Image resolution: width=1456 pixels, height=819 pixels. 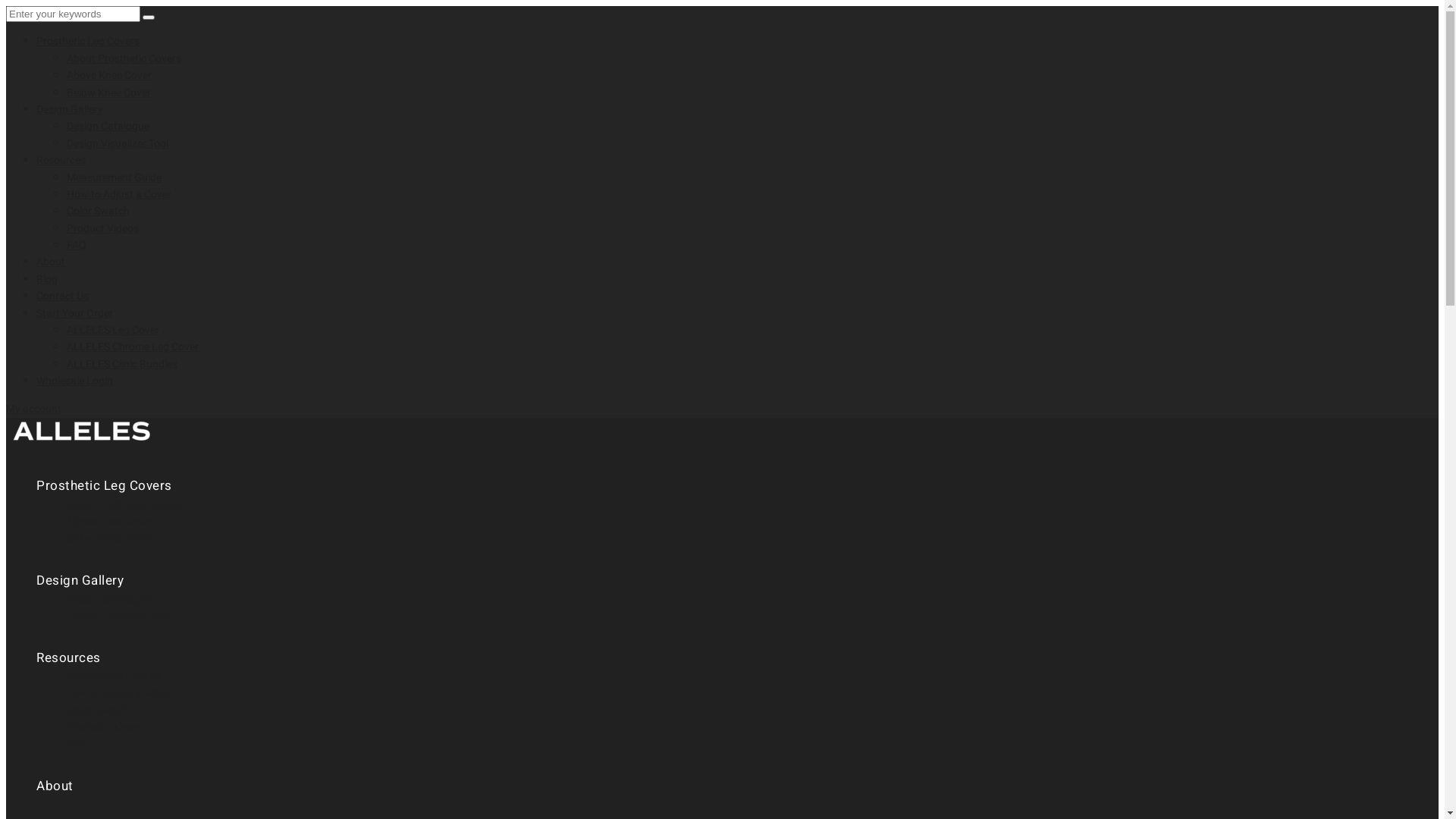 What do you see at coordinates (74, 380) in the screenshot?
I see `'Wholesale Login'` at bounding box center [74, 380].